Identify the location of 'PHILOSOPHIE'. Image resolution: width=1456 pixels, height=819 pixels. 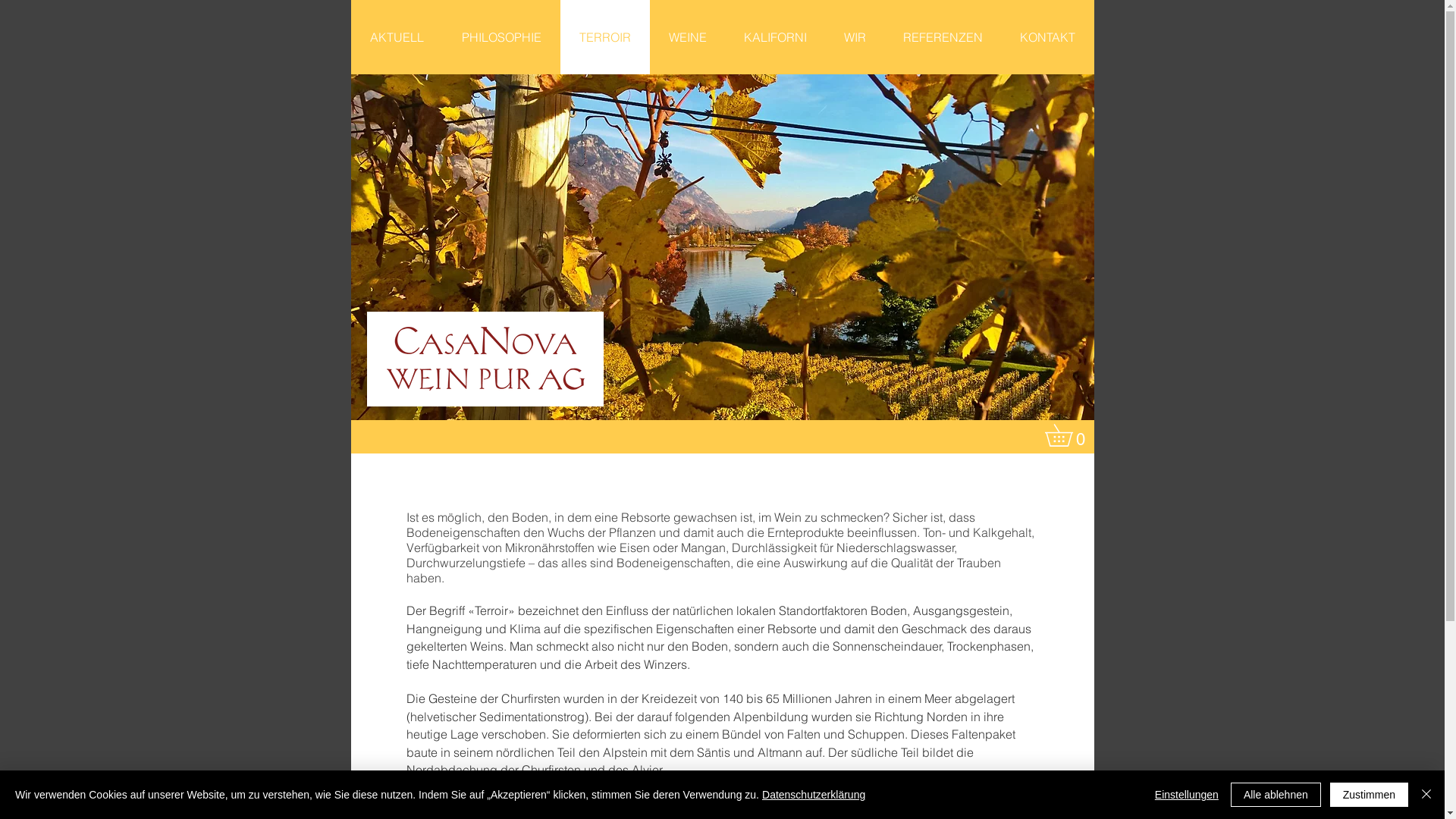
(501, 36).